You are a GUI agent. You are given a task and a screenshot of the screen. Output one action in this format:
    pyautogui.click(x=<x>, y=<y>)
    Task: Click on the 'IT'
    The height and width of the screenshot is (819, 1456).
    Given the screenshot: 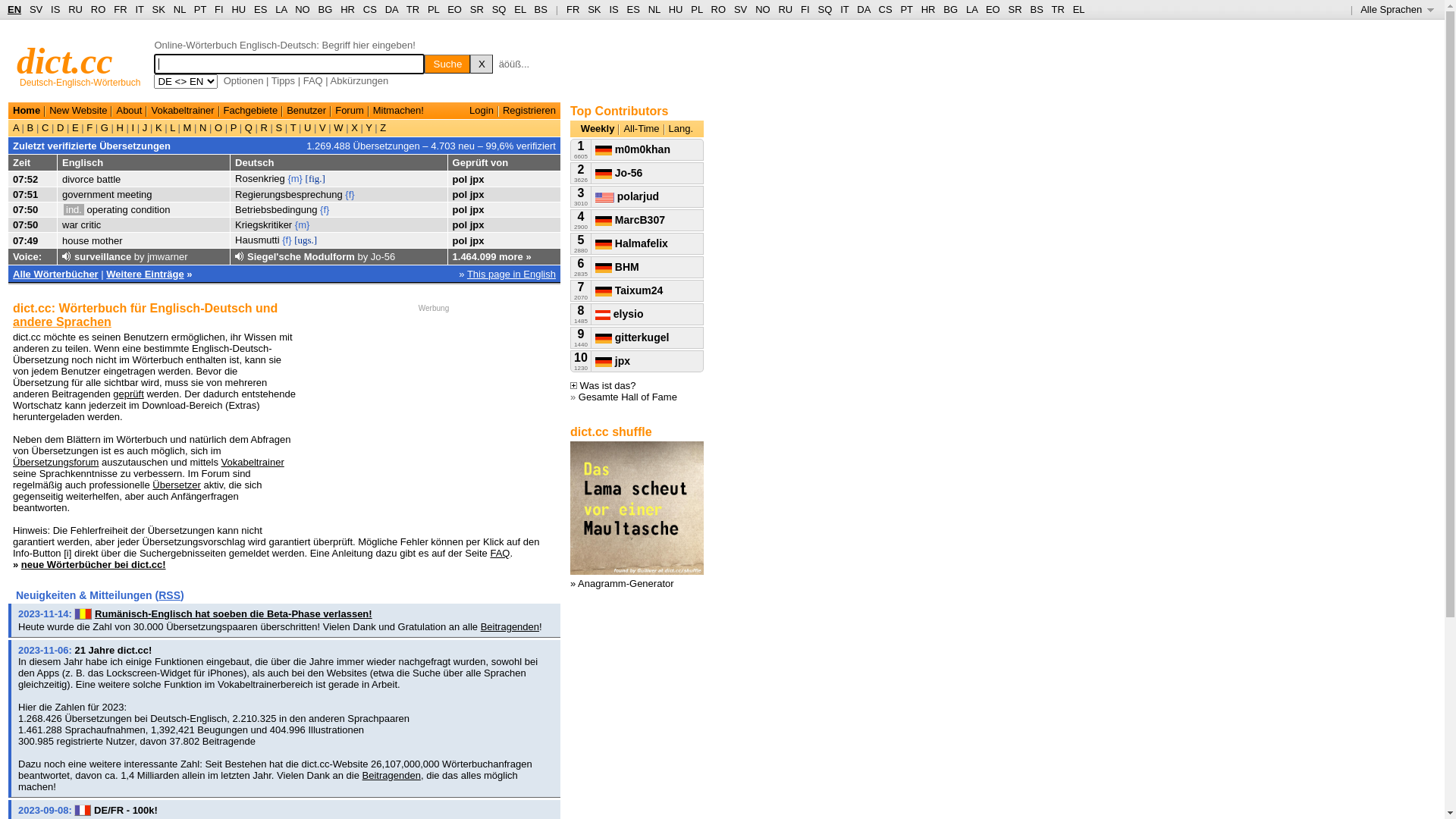 What is the action you would take?
    pyautogui.click(x=139, y=9)
    